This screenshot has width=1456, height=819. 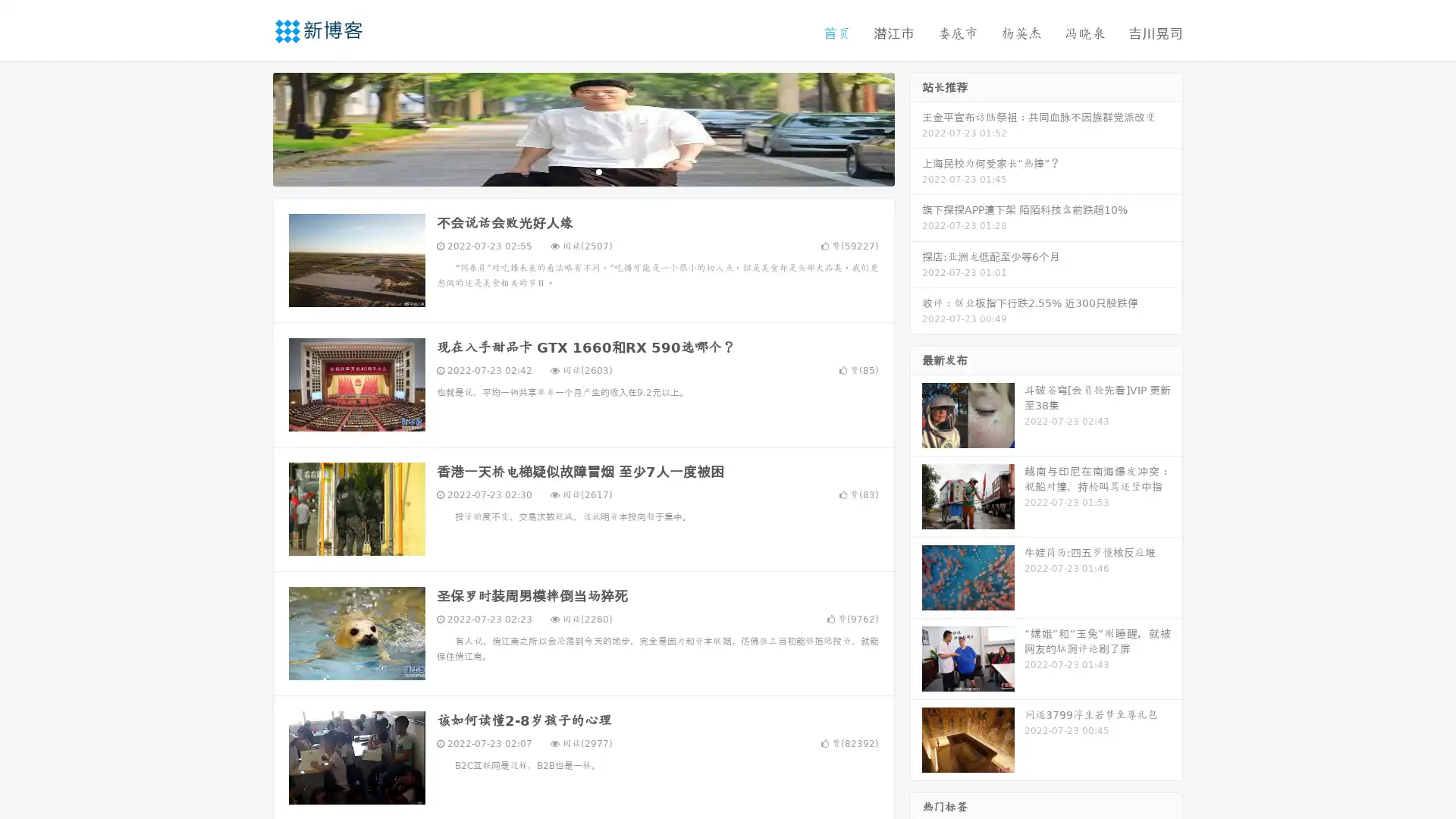 What do you see at coordinates (916, 127) in the screenshot?
I see `Next slide` at bounding box center [916, 127].